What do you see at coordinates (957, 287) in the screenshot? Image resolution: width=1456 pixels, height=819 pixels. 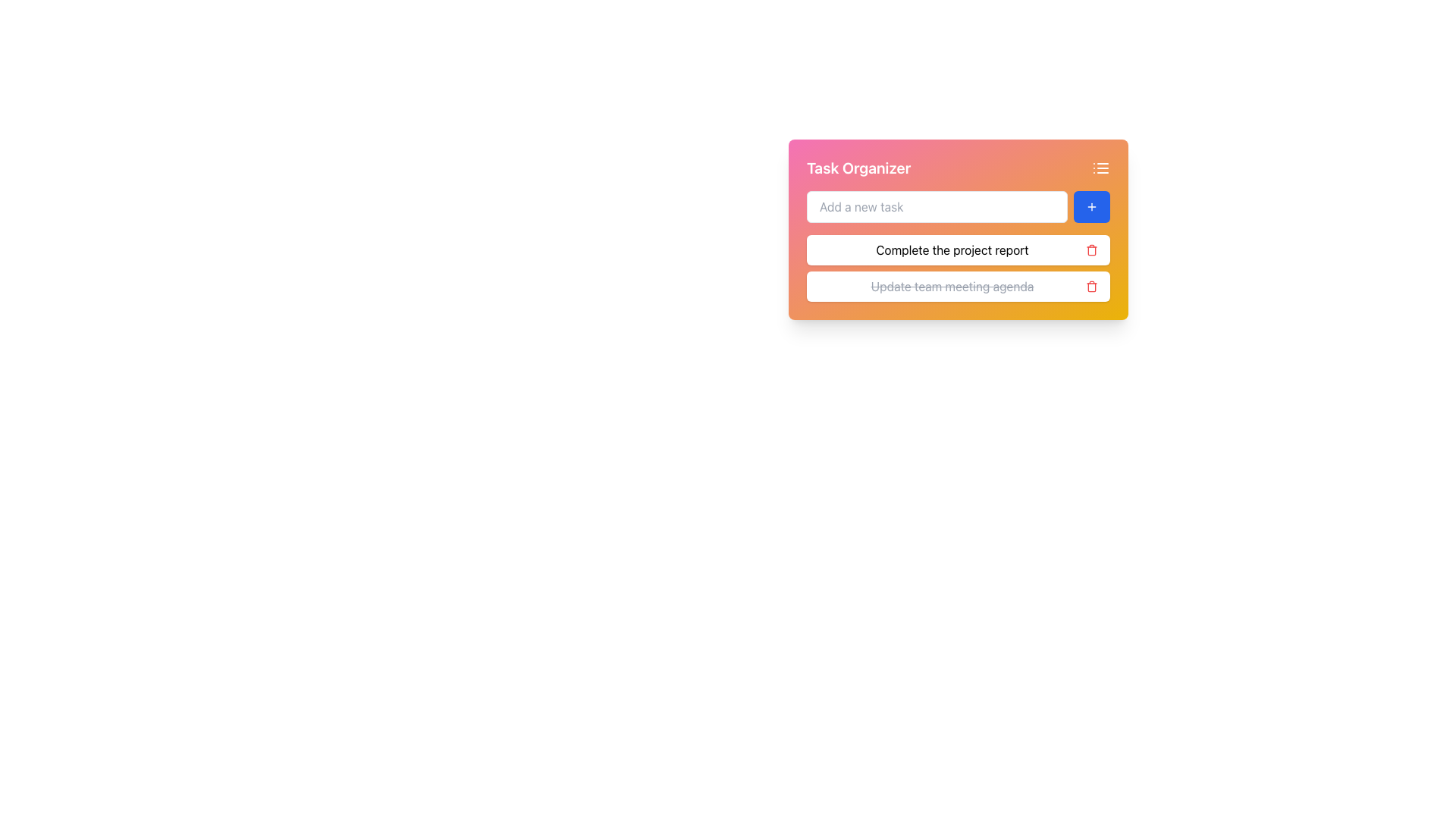 I see `task description of the second completed task in the to-do list, located in the center-right area of the application interface` at bounding box center [957, 287].